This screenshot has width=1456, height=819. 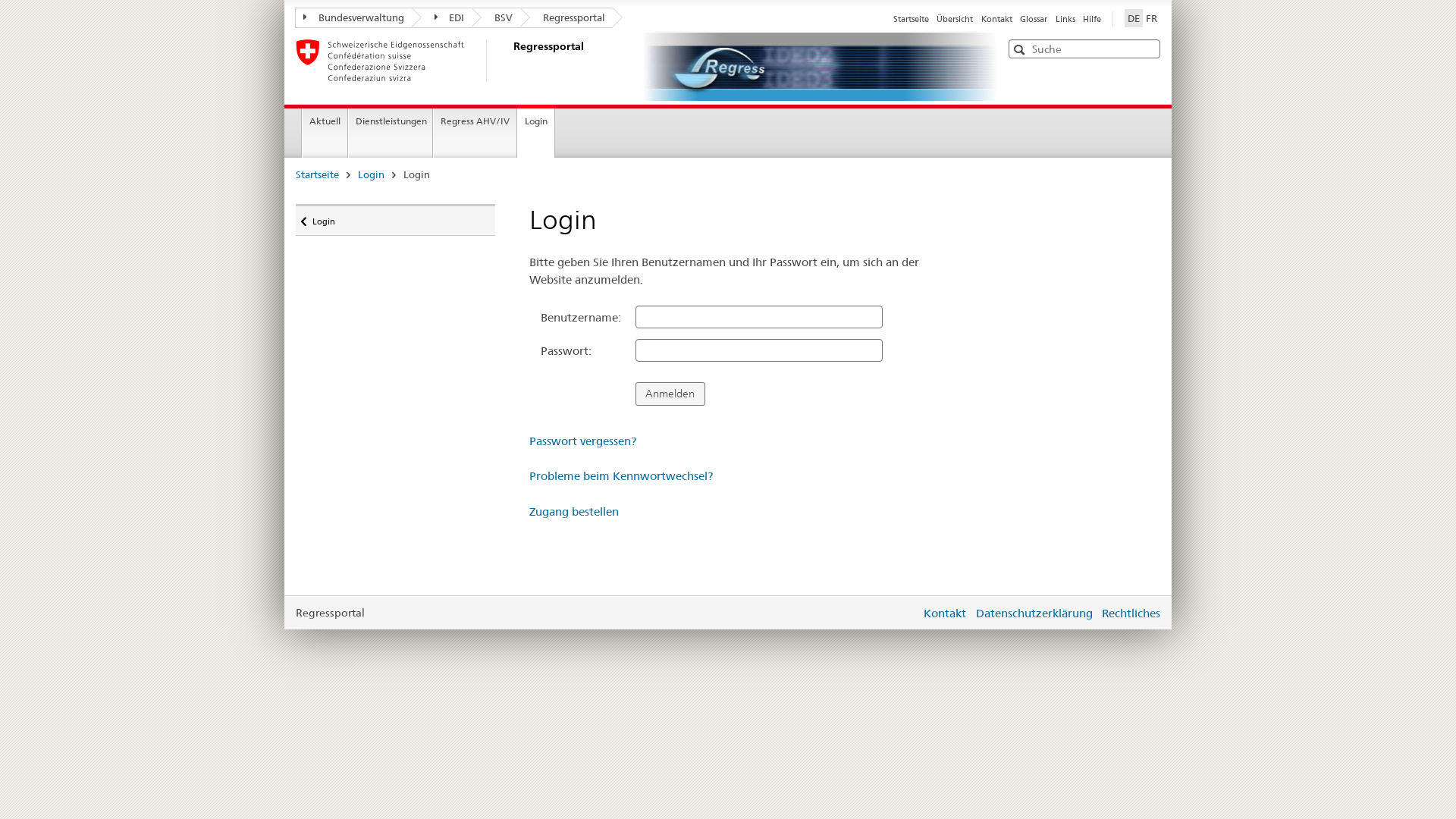 I want to click on 'Login', so click(x=371, y=174).